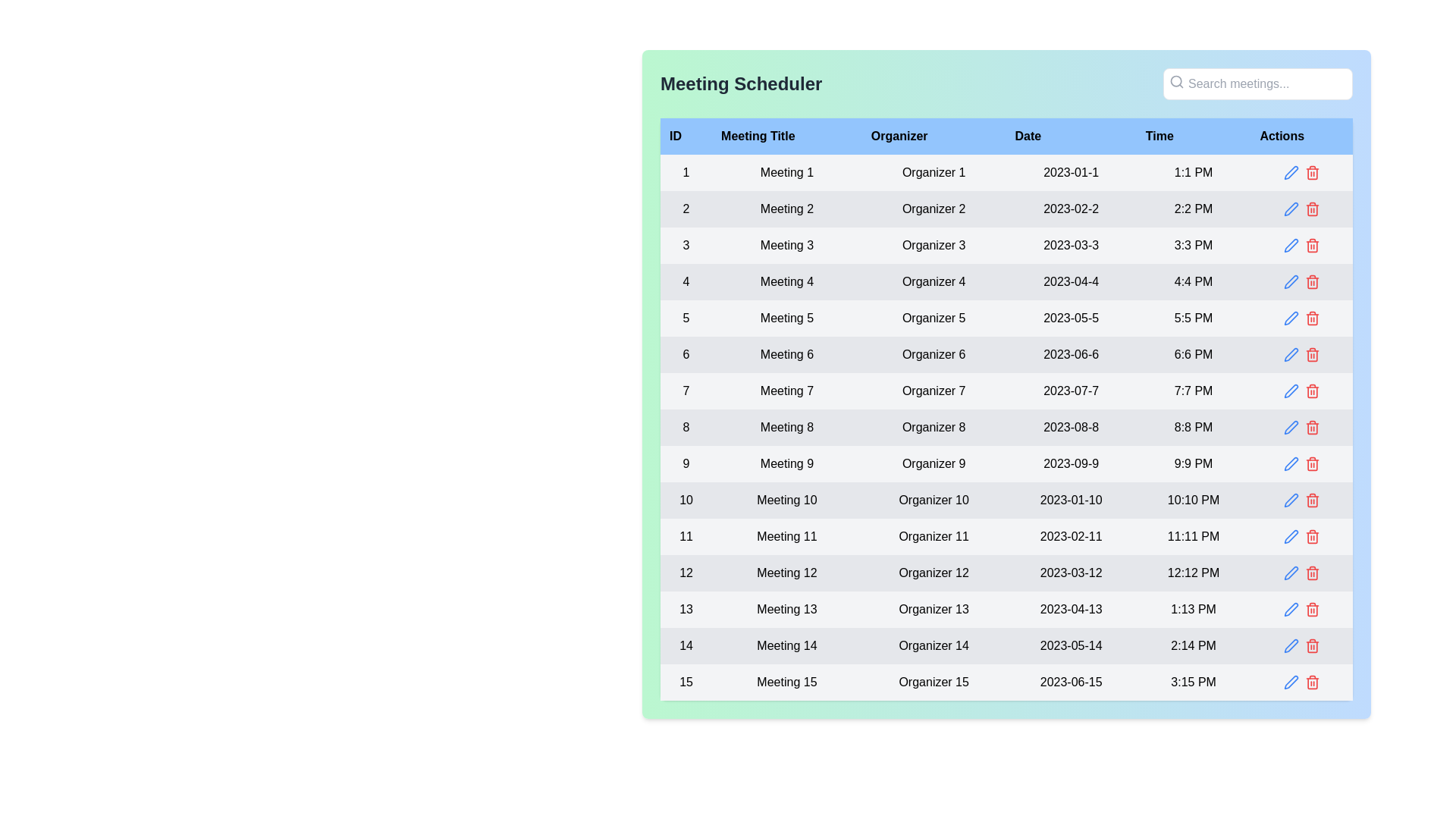 The image size is (1456, 819). I want to click on the Text Display element that shows the scheduled time of 'Meeting 5', so click(1193, 318).